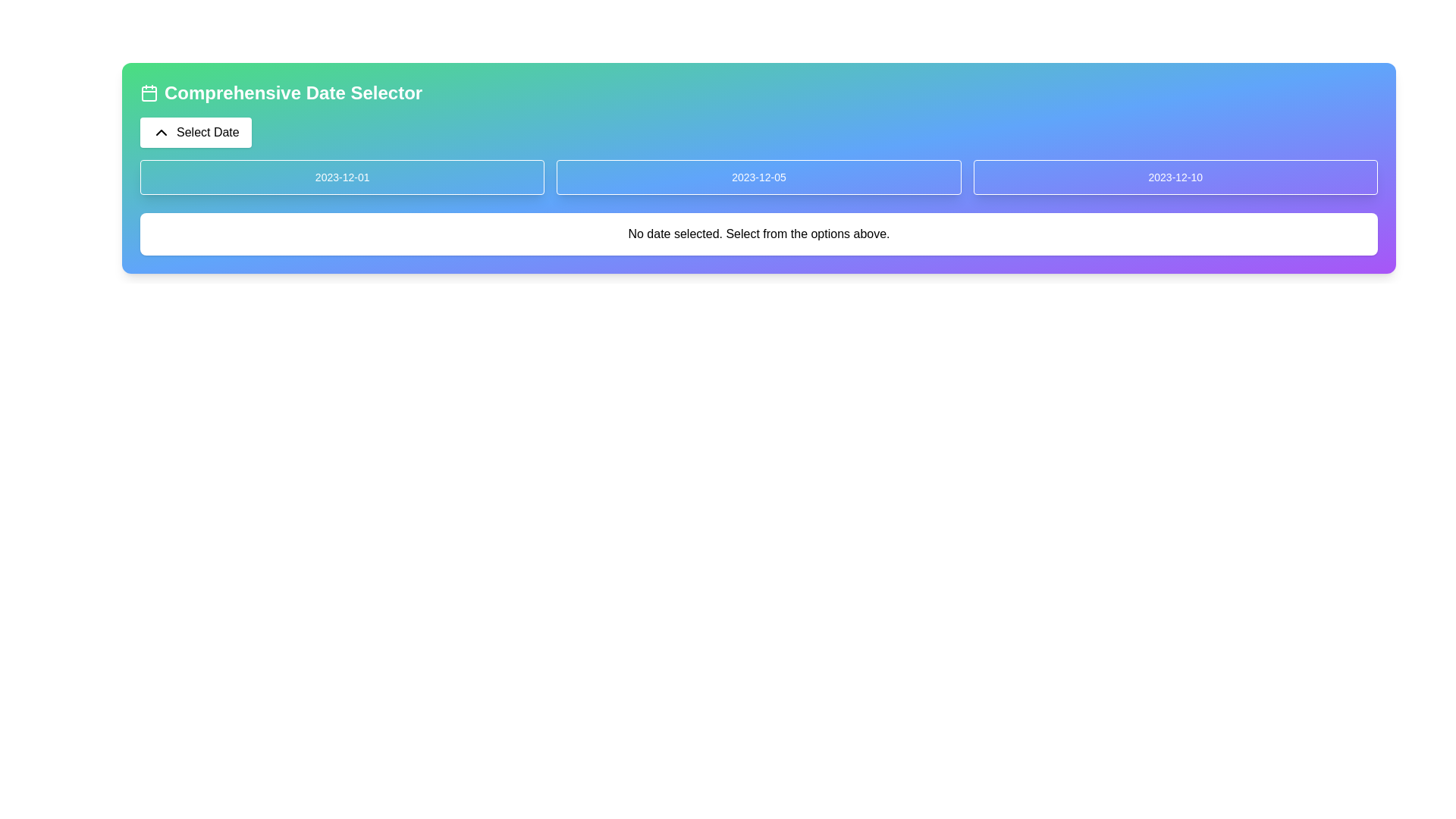 Image resolution: width=1456 pixels, height=819 pixels. What do you see at coordinates (759, 177) in the screenshot?
I see `the date selection button, the second element in the grid layout` at bounding box center [759, 177].